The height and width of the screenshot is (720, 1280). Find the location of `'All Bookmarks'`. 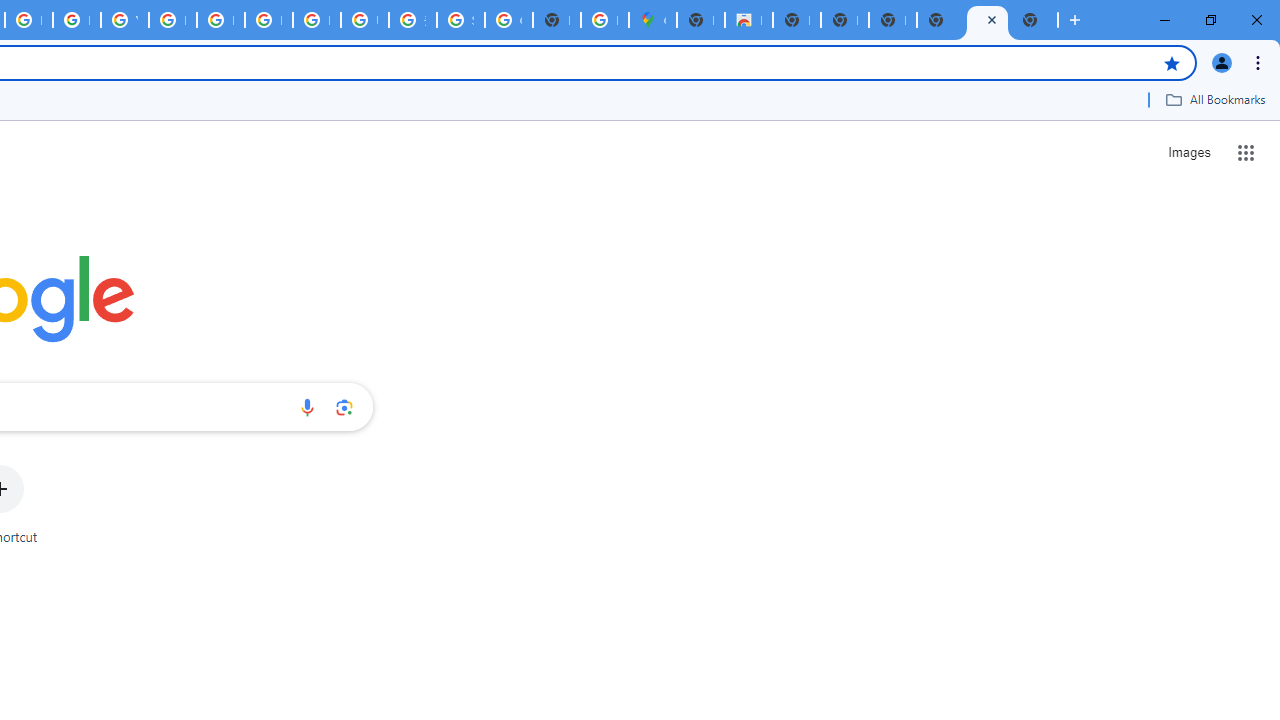

'All Bookmarks' is located at coordinates (1214, 99).